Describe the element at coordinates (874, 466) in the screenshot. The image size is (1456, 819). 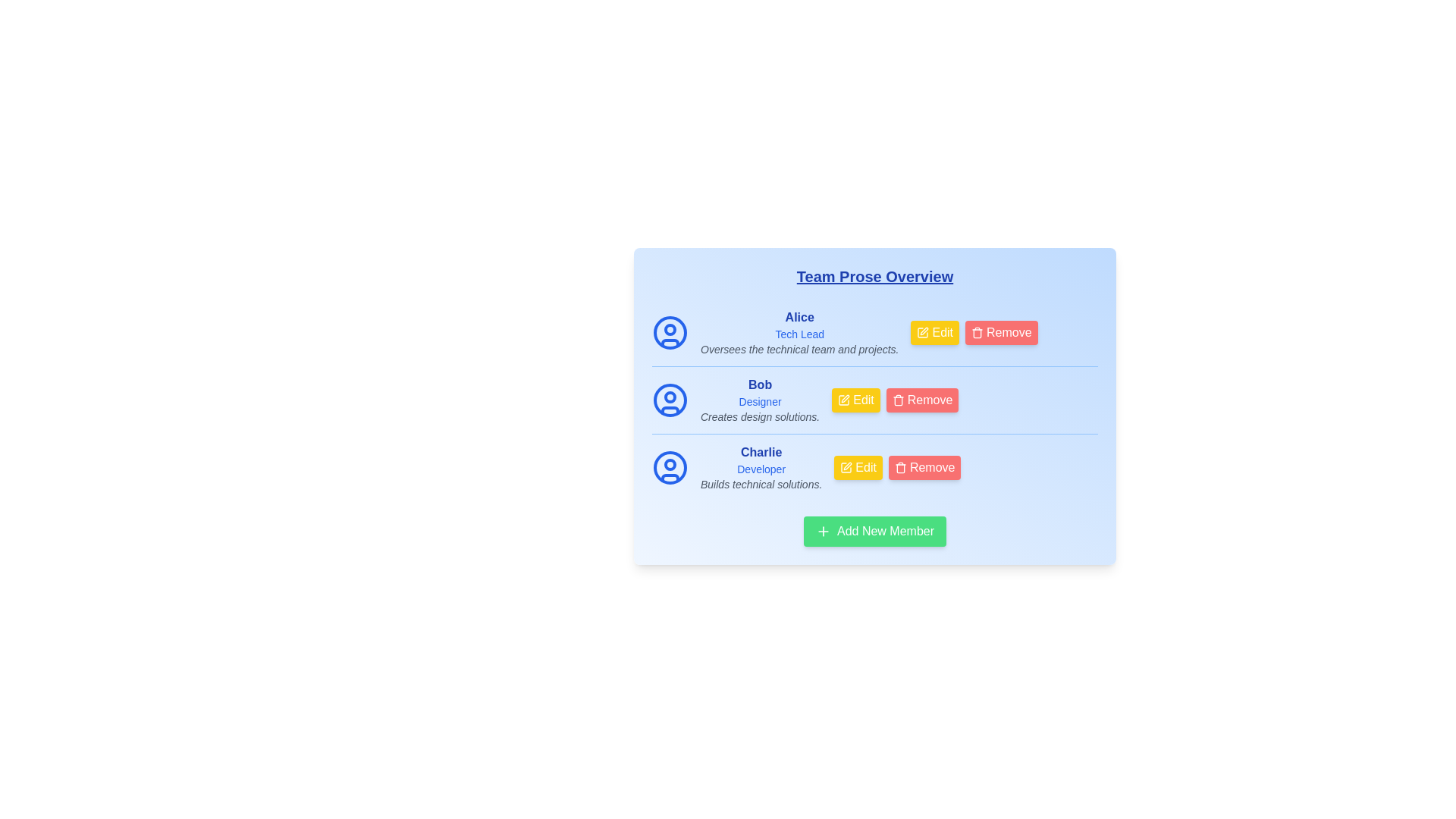
I see `the first button in the interactive controls section` at that location.